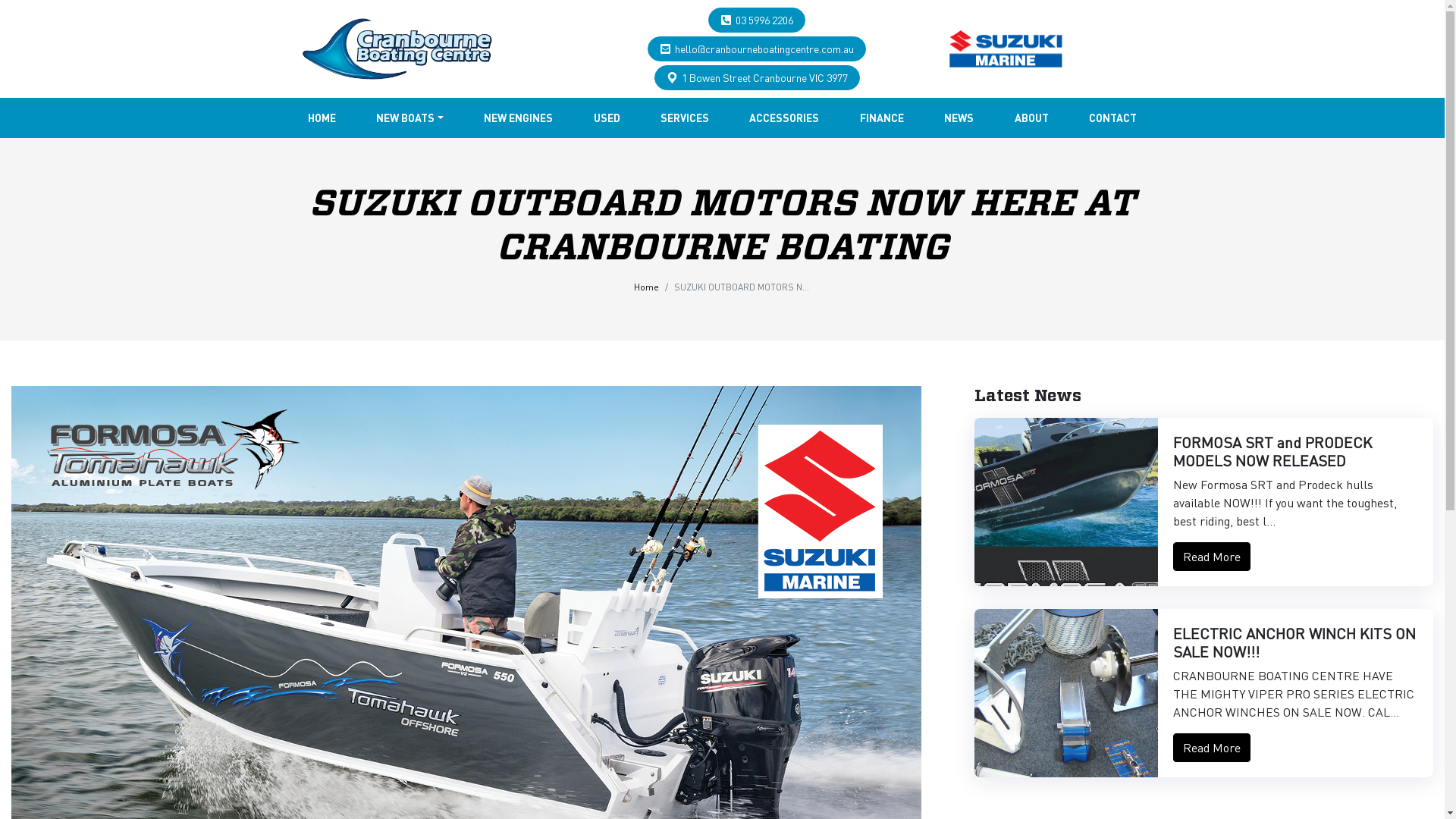 Image resolution: width=1456 pixels, height=819 pixels. I want to click on 'CONTACT', so click(1082, 117).